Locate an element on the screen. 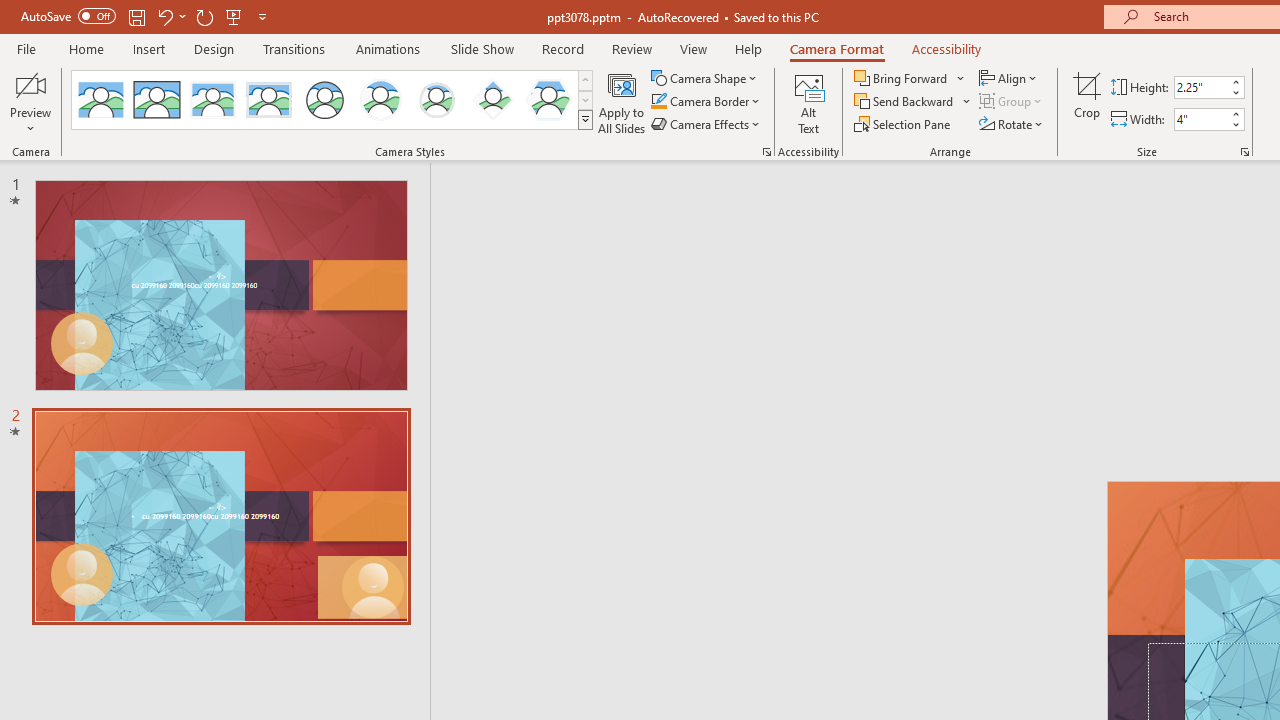 The height and width of the screenshot is (720, 1280). 'Bring Forward' is located at coordinates (901, 77).